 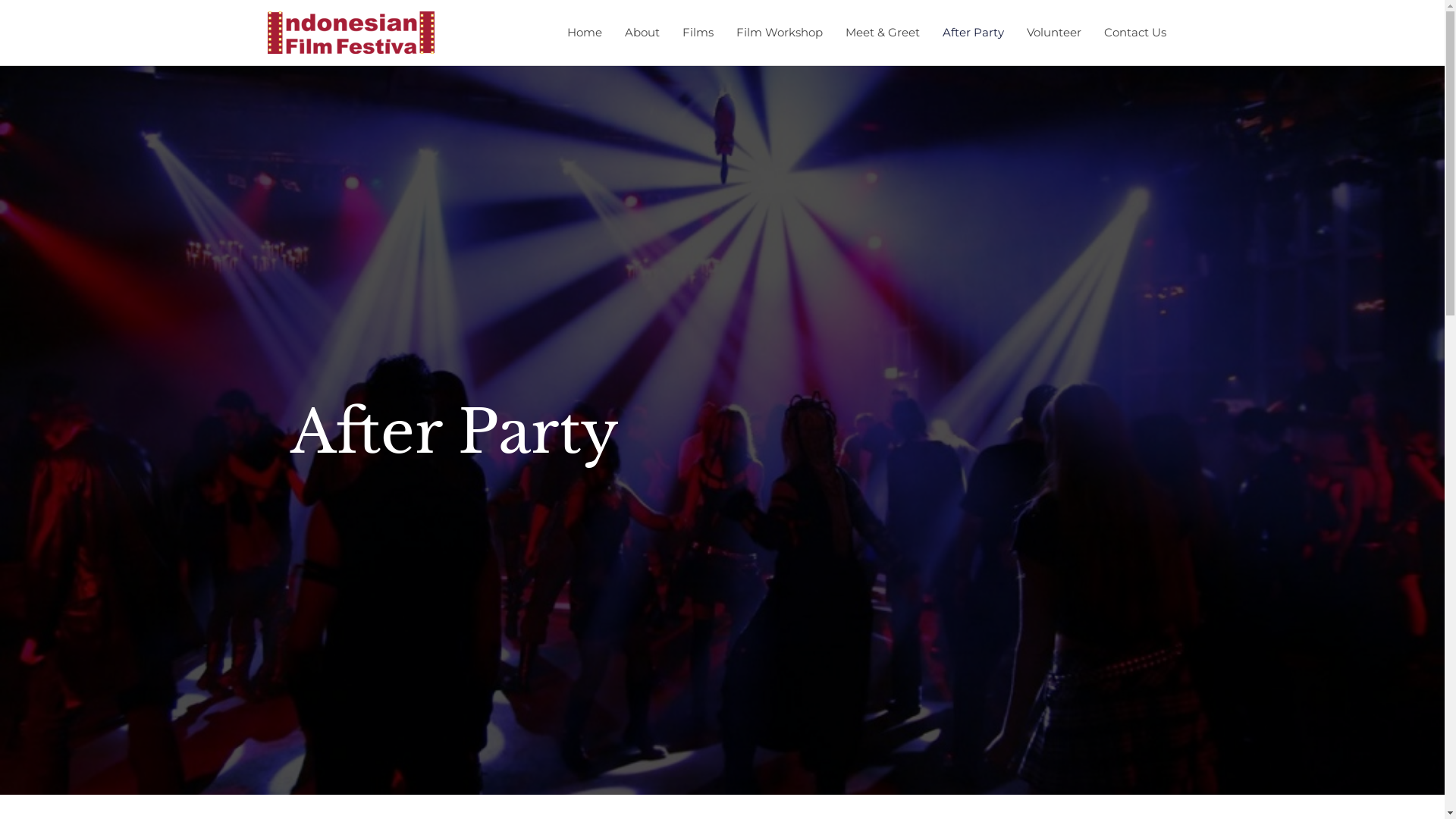 I want to click on 'About', so click(x=641, y=32).